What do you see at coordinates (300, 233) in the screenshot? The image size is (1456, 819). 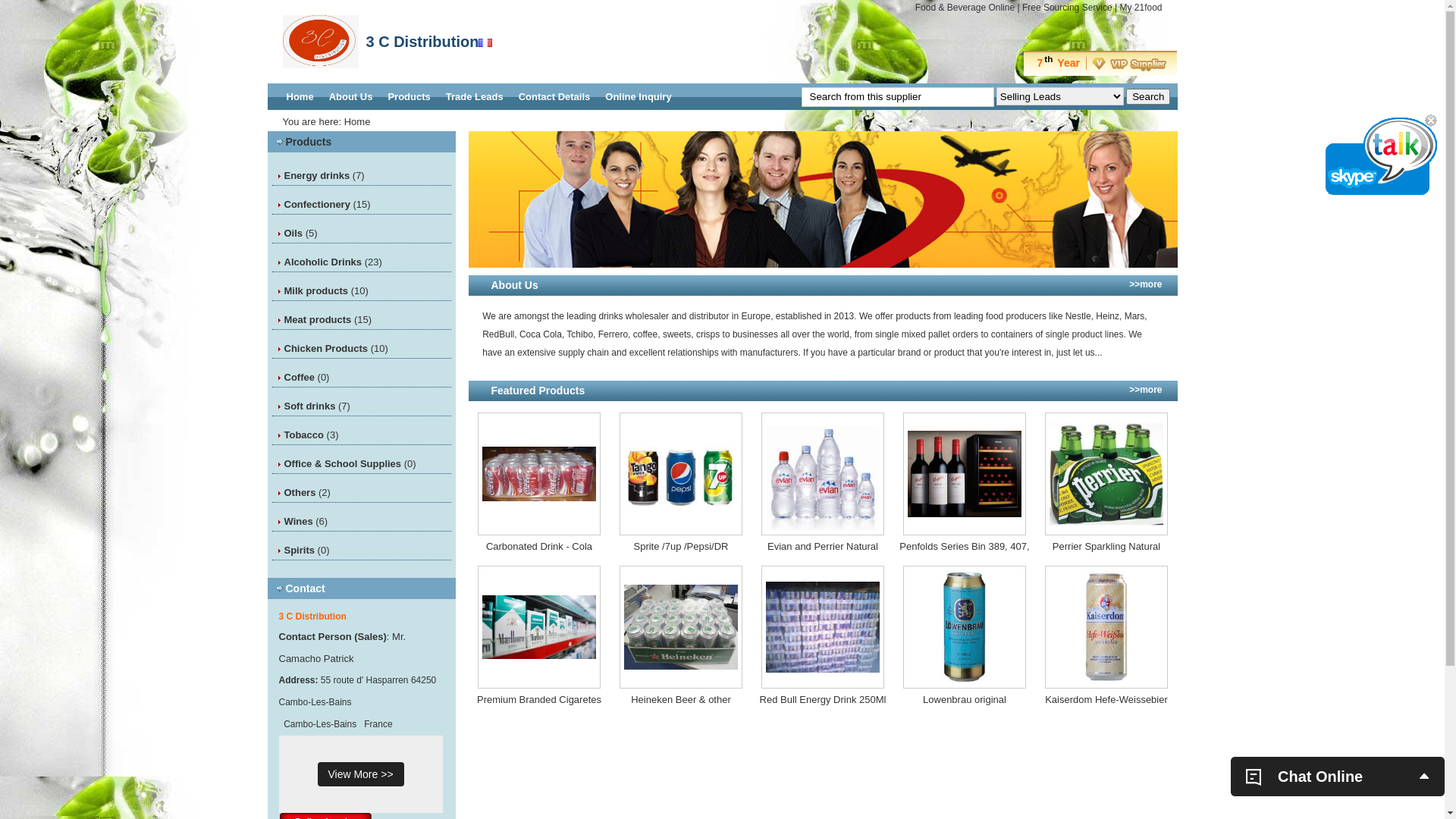 I see `'Oils (5)'` at bounding box center [300, 233].